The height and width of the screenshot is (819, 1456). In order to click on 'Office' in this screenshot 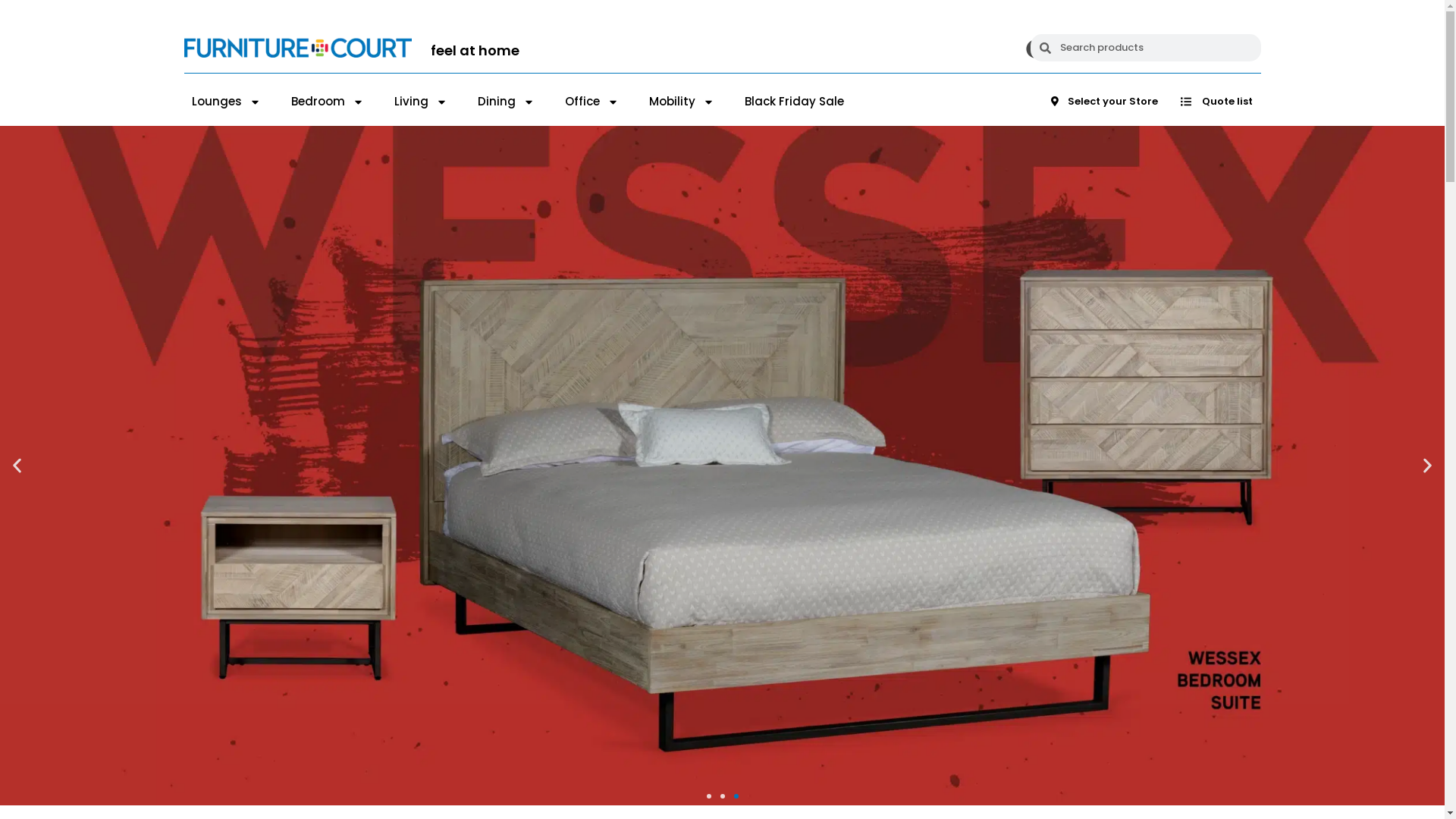, I will do `click(563, 102)`.